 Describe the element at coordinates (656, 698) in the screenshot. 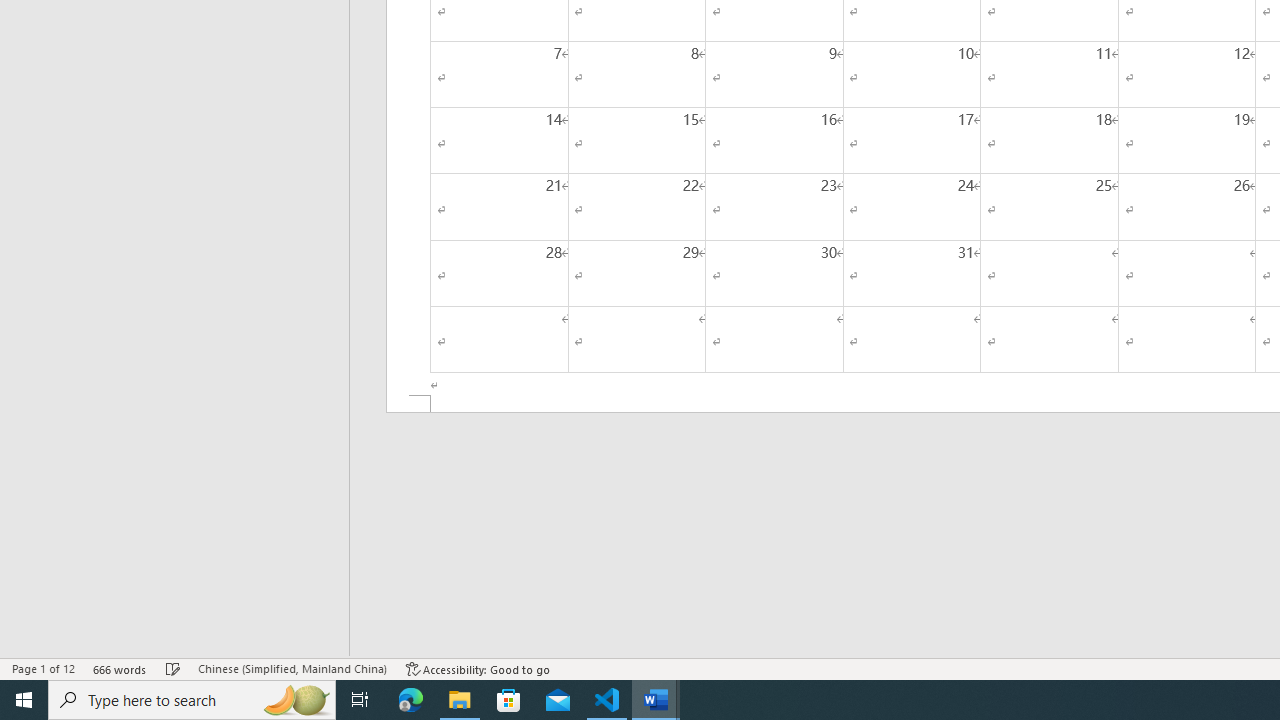

I see `'Word - 2 running windows'` at that location.